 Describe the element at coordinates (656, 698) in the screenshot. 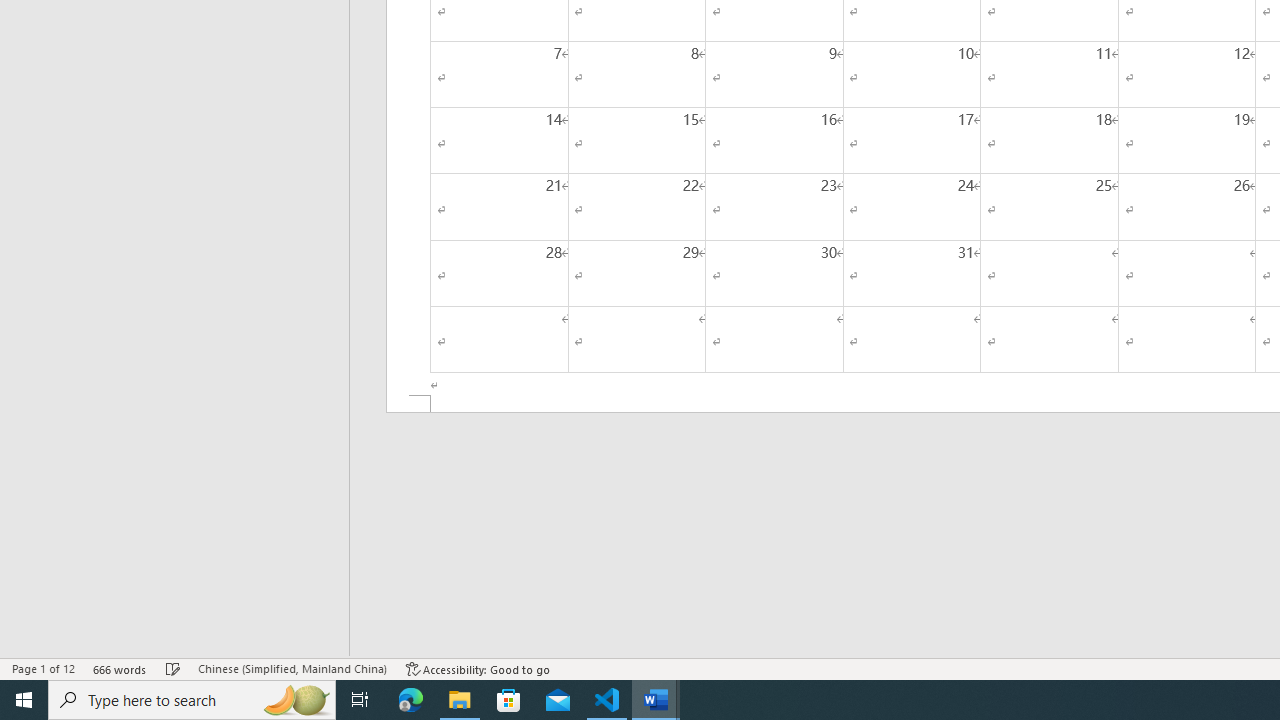

I see `'Word - 2 running windows'` at that location.